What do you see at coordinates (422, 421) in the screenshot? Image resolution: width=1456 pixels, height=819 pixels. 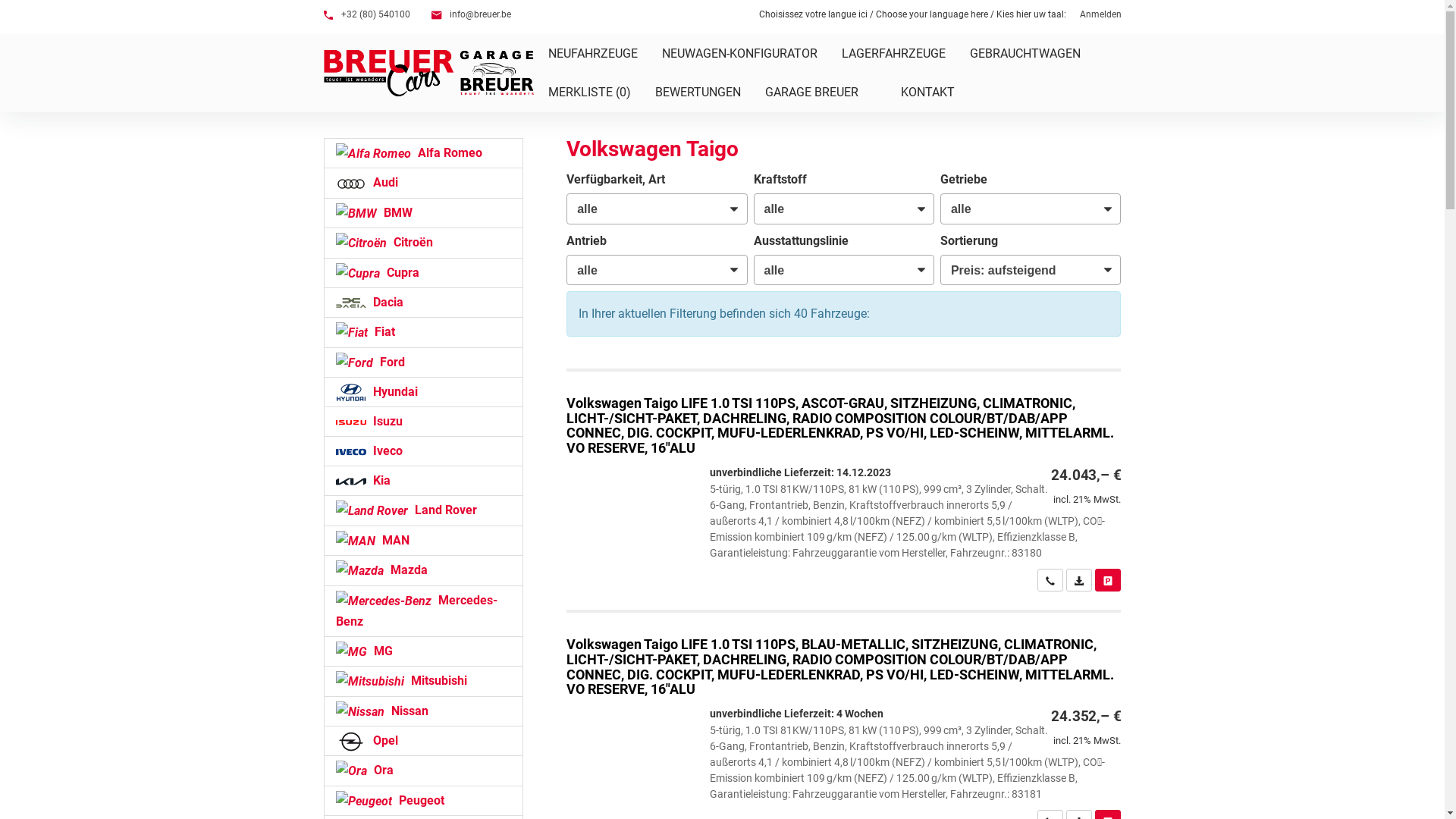 I see `'Isuzu'` at bounding box center [422, 421].